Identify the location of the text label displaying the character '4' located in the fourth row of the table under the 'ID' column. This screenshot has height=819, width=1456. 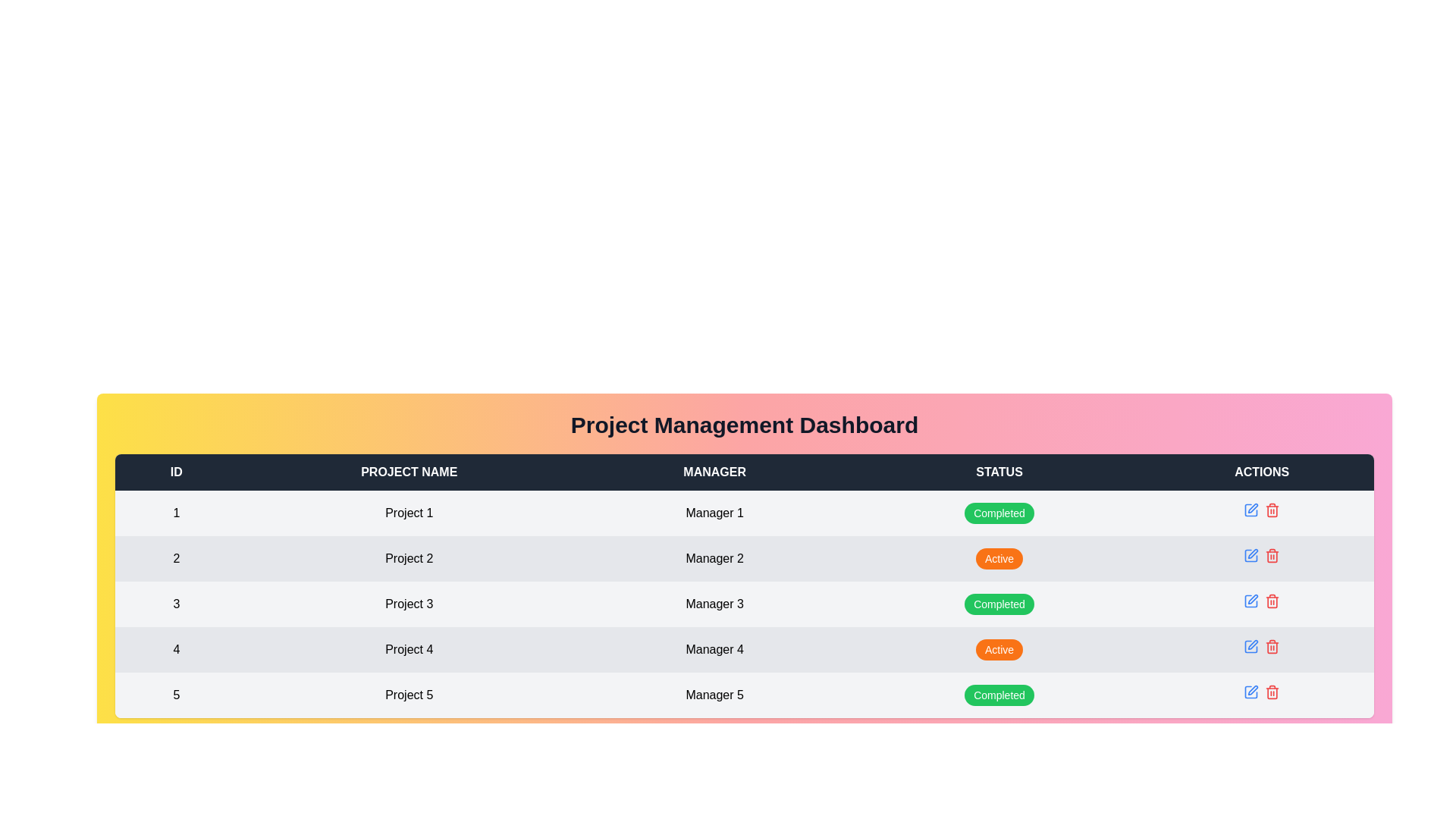
(176, 648).